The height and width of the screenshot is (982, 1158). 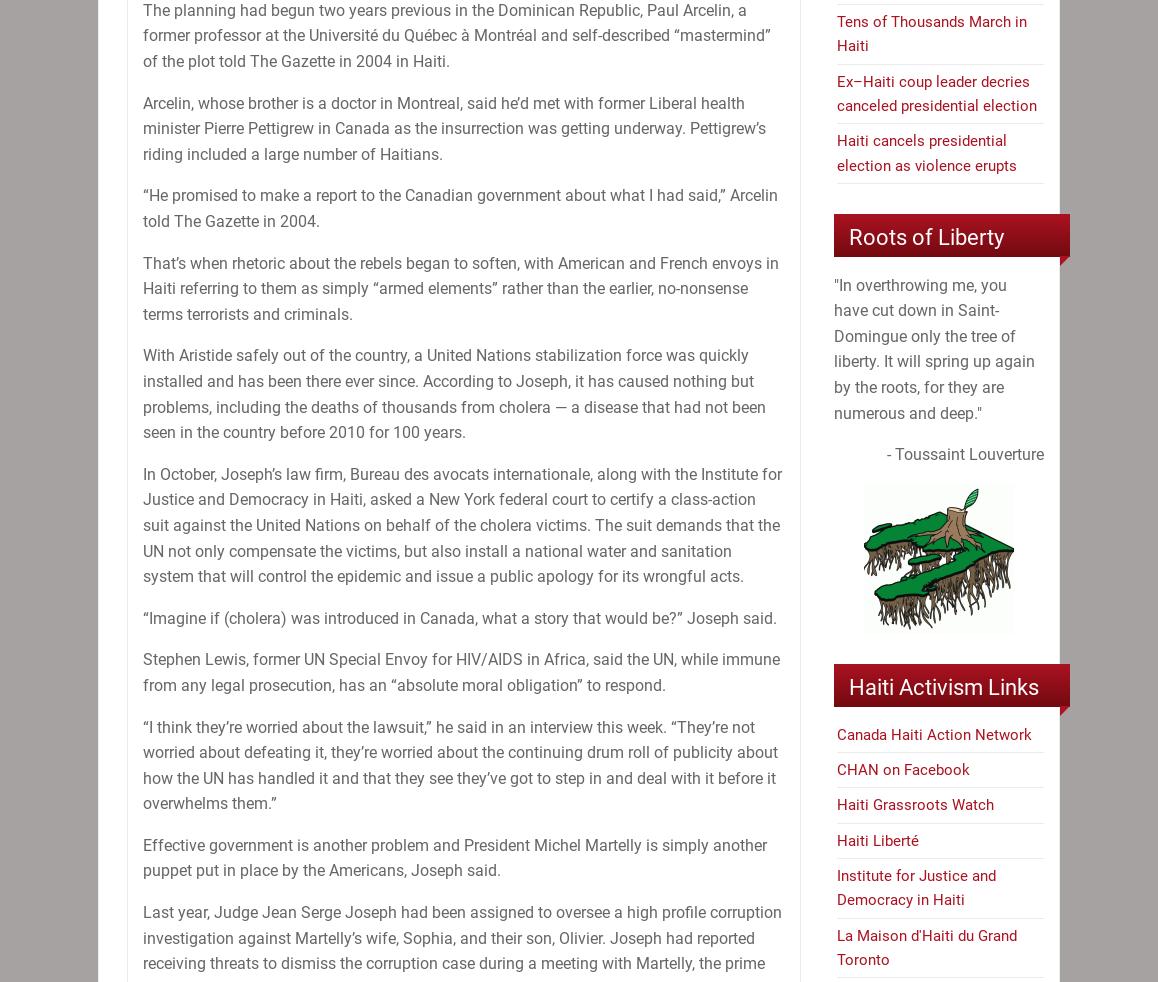 What do you see at coordinates (460, 288) in the screenshot?
I see `'That’s when rhetoric about the rebels began to soften, with American and French envoys in Haiti referring to them as simply “armed elements” rather than the earlier, no-nonsense terms terrorists and criminals.'` at bounding box center [460, 288].